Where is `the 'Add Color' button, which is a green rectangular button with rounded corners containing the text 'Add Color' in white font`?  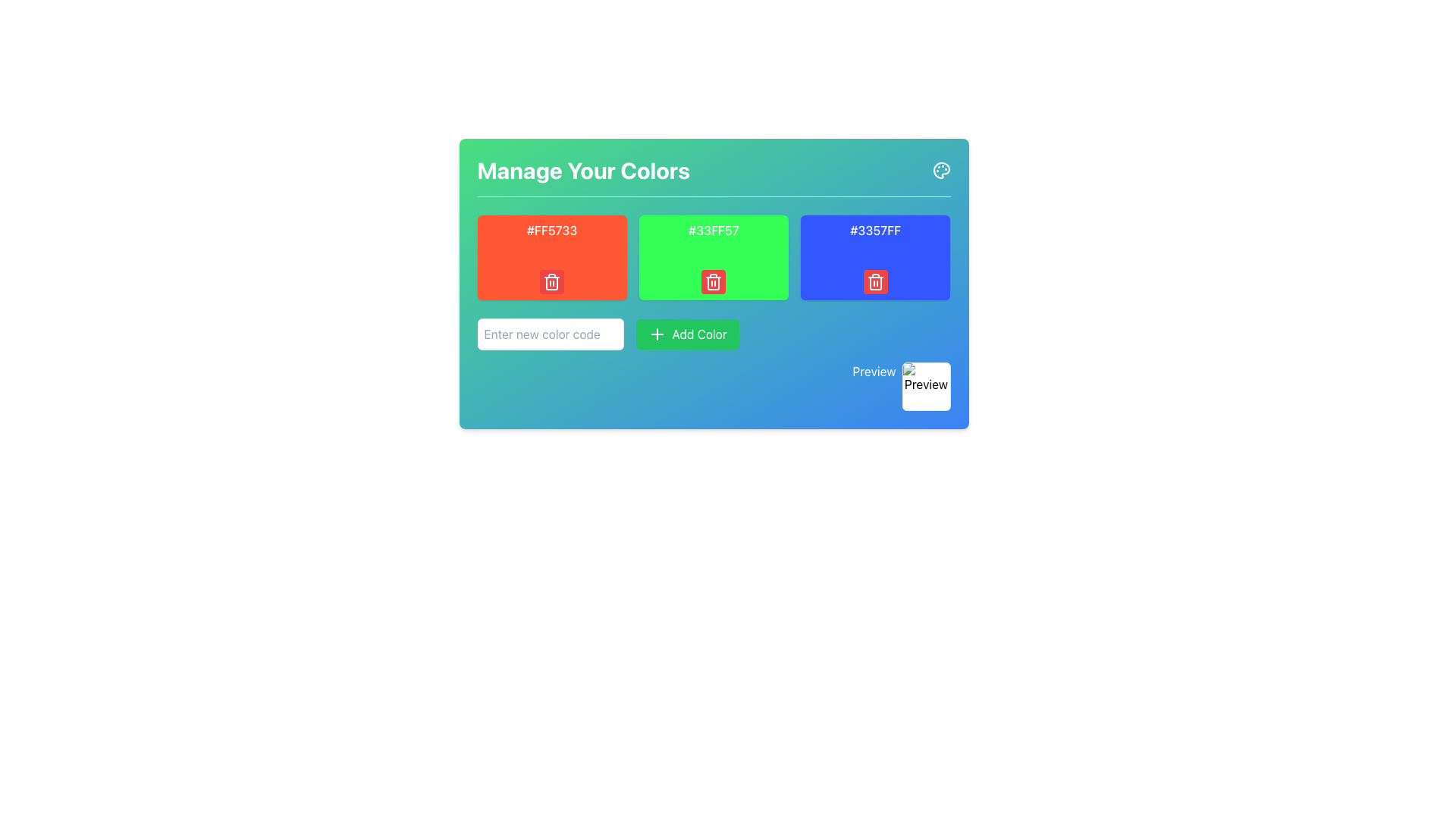
the 'Add Color' button, which is a green rectangular button with rounded corners containing the text 'Add Color' in white font is located at coordinates (698, 333).